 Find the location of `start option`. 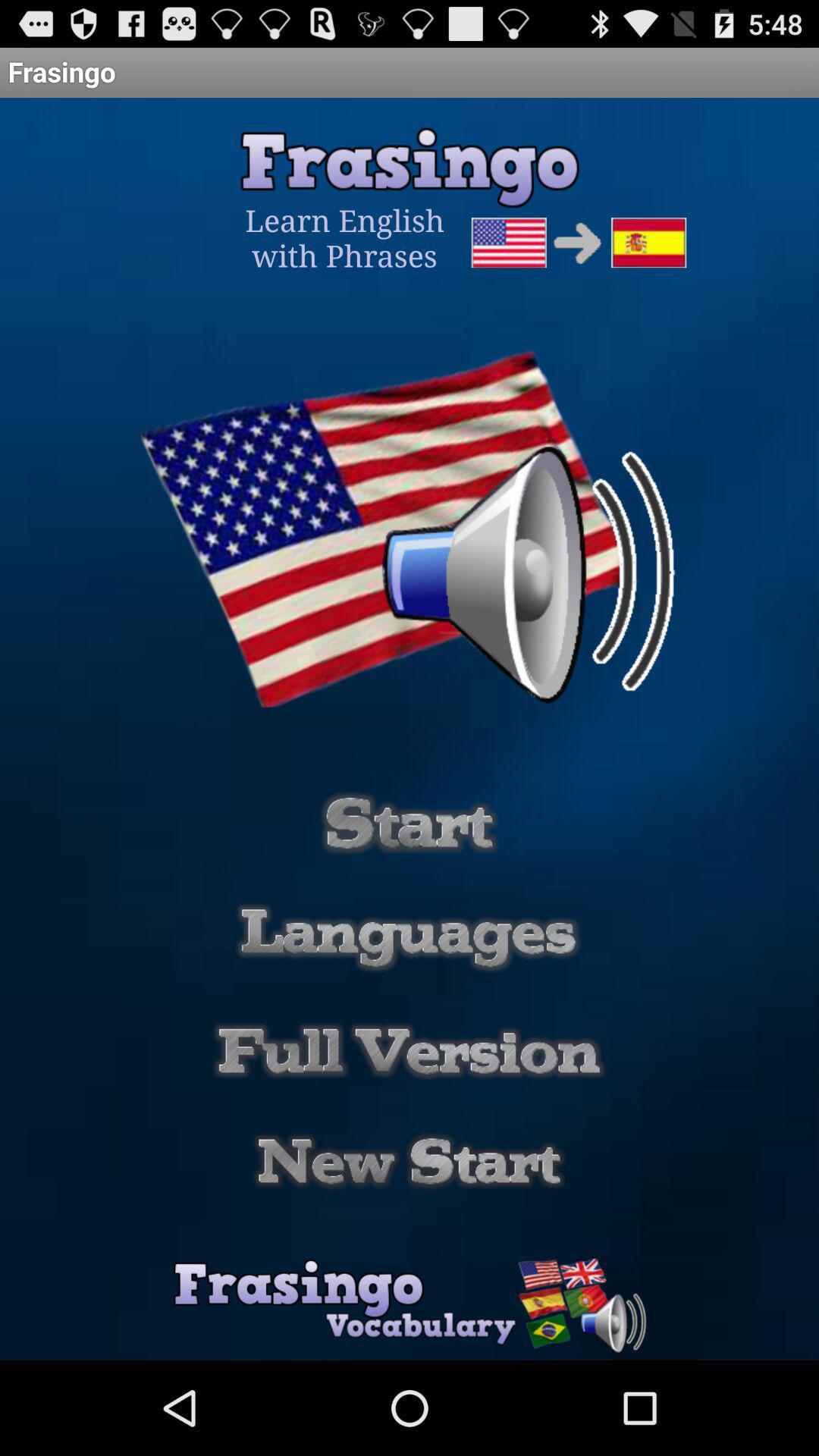

start option is located at coordinates (409, 1160).